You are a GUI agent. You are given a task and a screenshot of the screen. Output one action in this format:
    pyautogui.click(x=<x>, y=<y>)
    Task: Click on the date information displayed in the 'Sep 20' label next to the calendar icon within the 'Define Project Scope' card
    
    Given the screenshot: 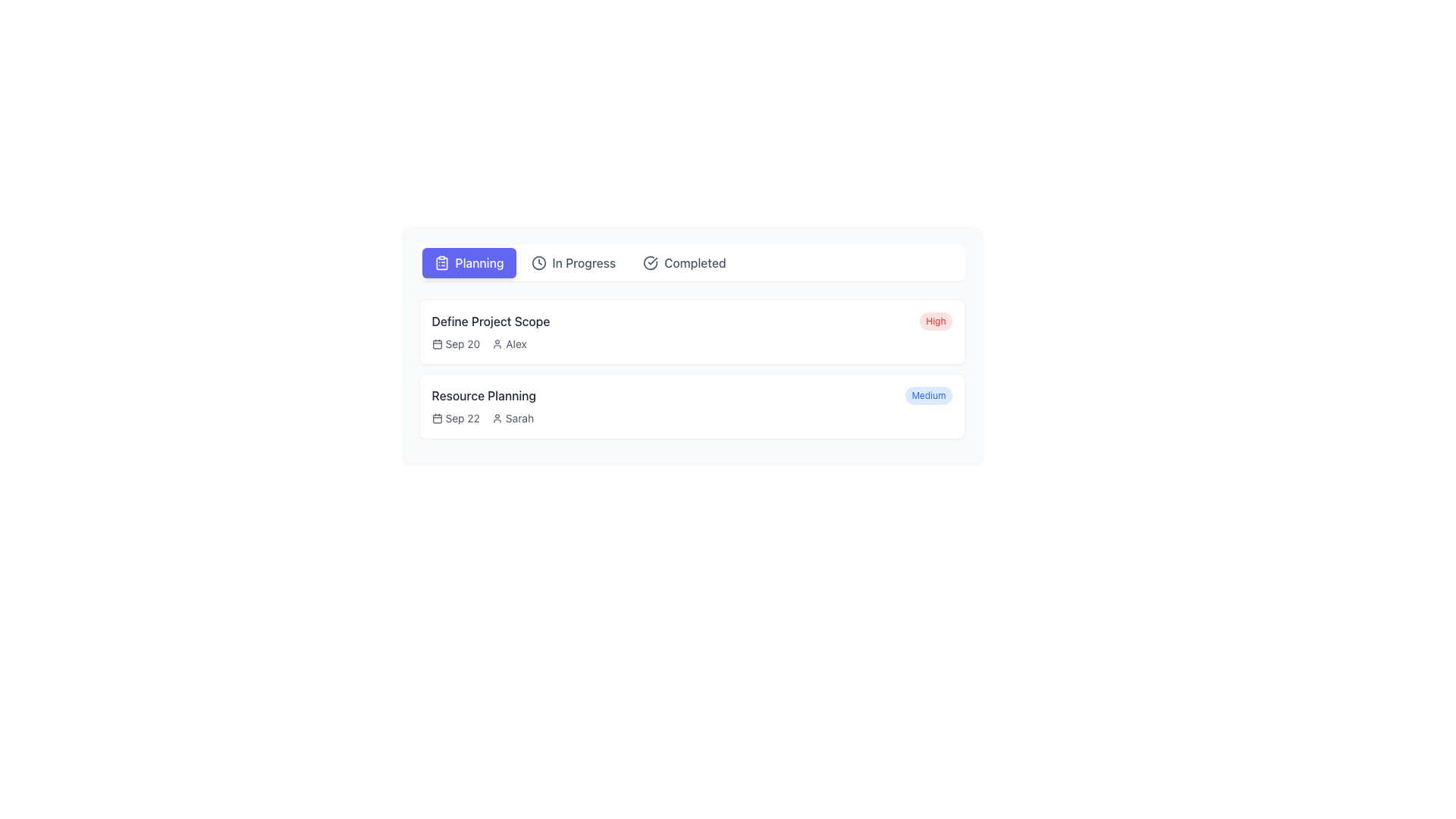 What is the action you would take?
    pyautogui.click(x=455, y=344)
    